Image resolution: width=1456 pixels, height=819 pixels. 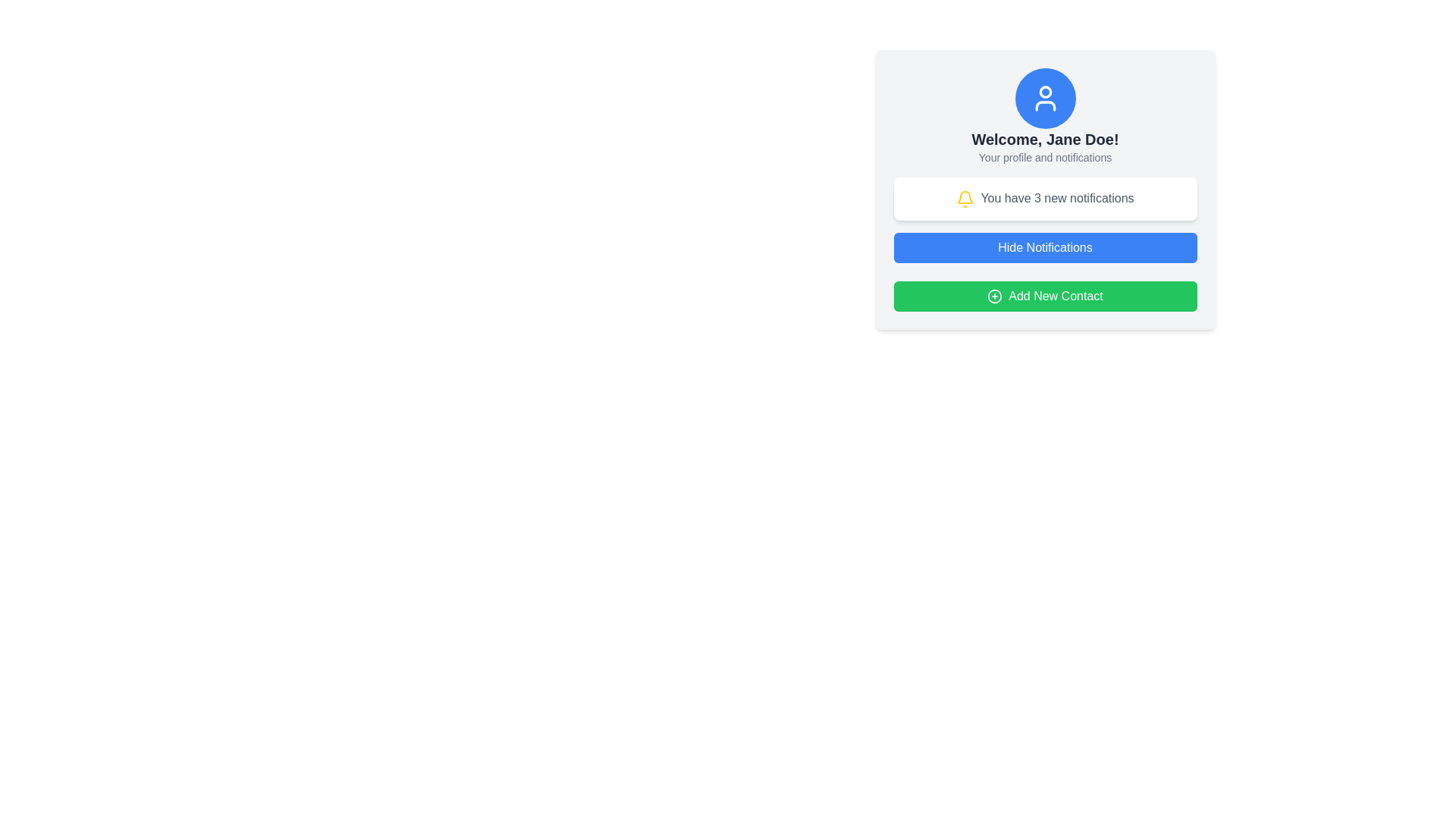 What do you see at coordinates (1044, 189) in the screenshot?
I see `the user profile overview or dashboard header element that displays user-specific information and notifications` at bounding box center [1044, 189].